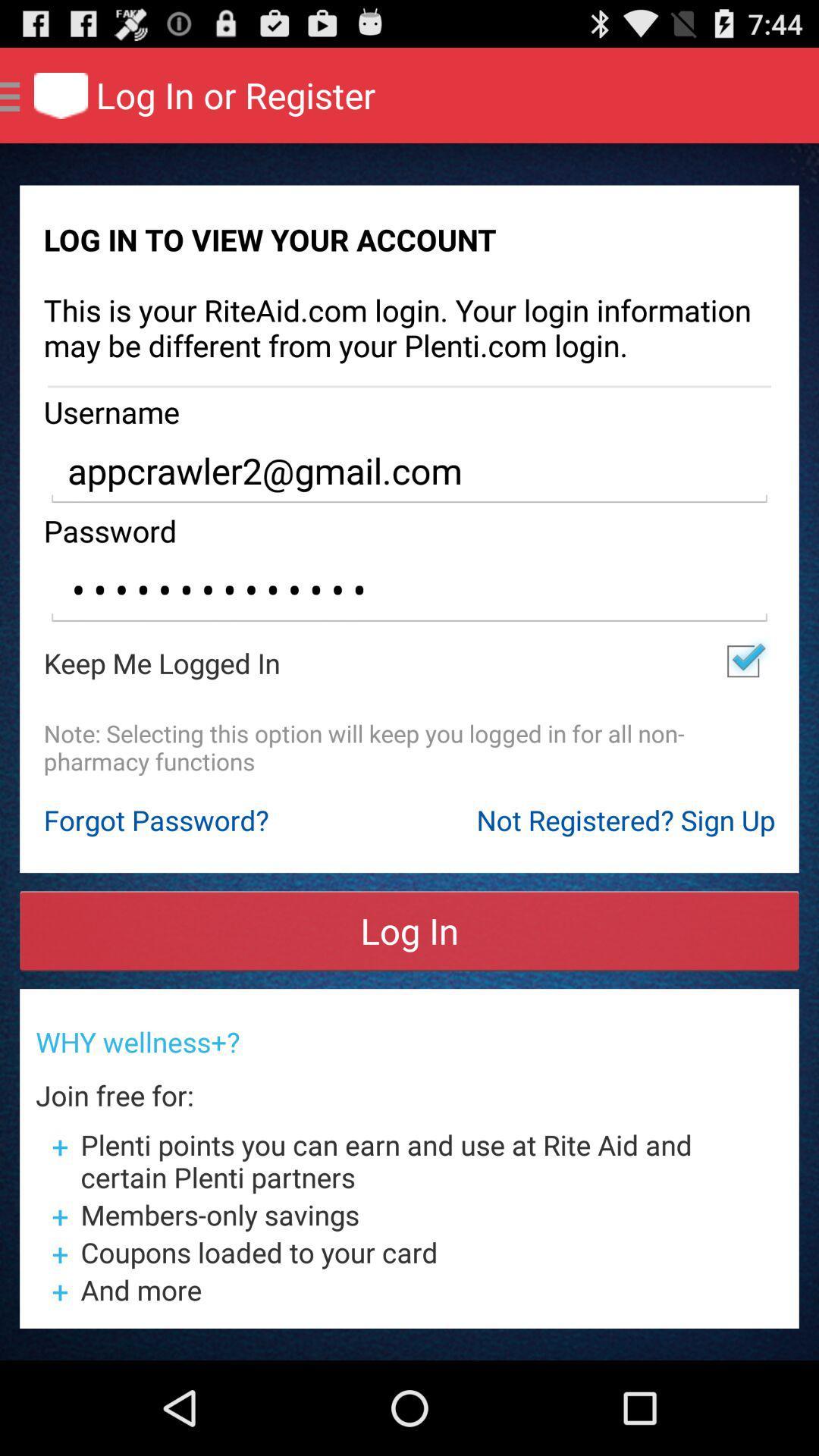  Describe the element at coordinates (742, 661) in the screenshot. I see `icon below the appcrawler3116 icon` at that location.